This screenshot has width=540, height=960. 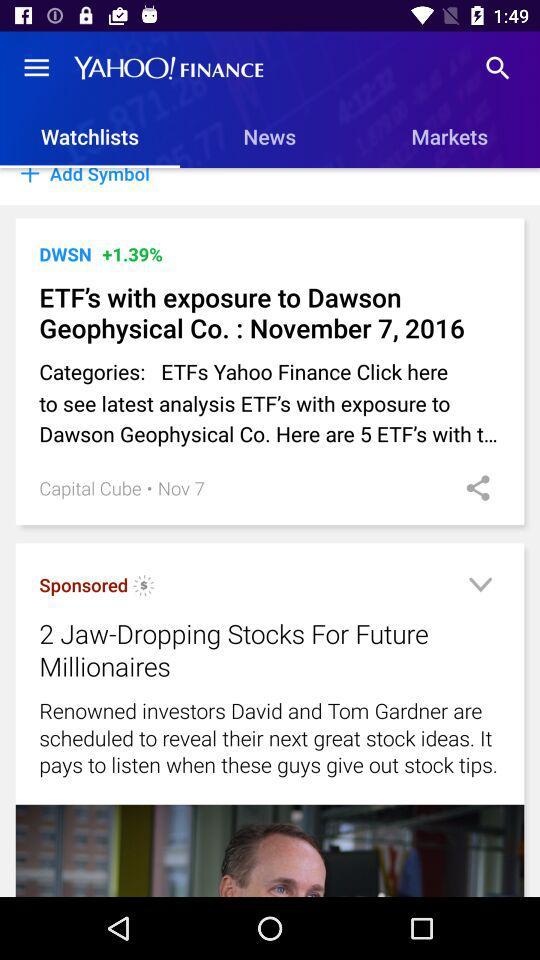 What do you see at coordinates (132, 253) in the screenshot?
I see `the +1.39% item` at bounding box center [132, 253].